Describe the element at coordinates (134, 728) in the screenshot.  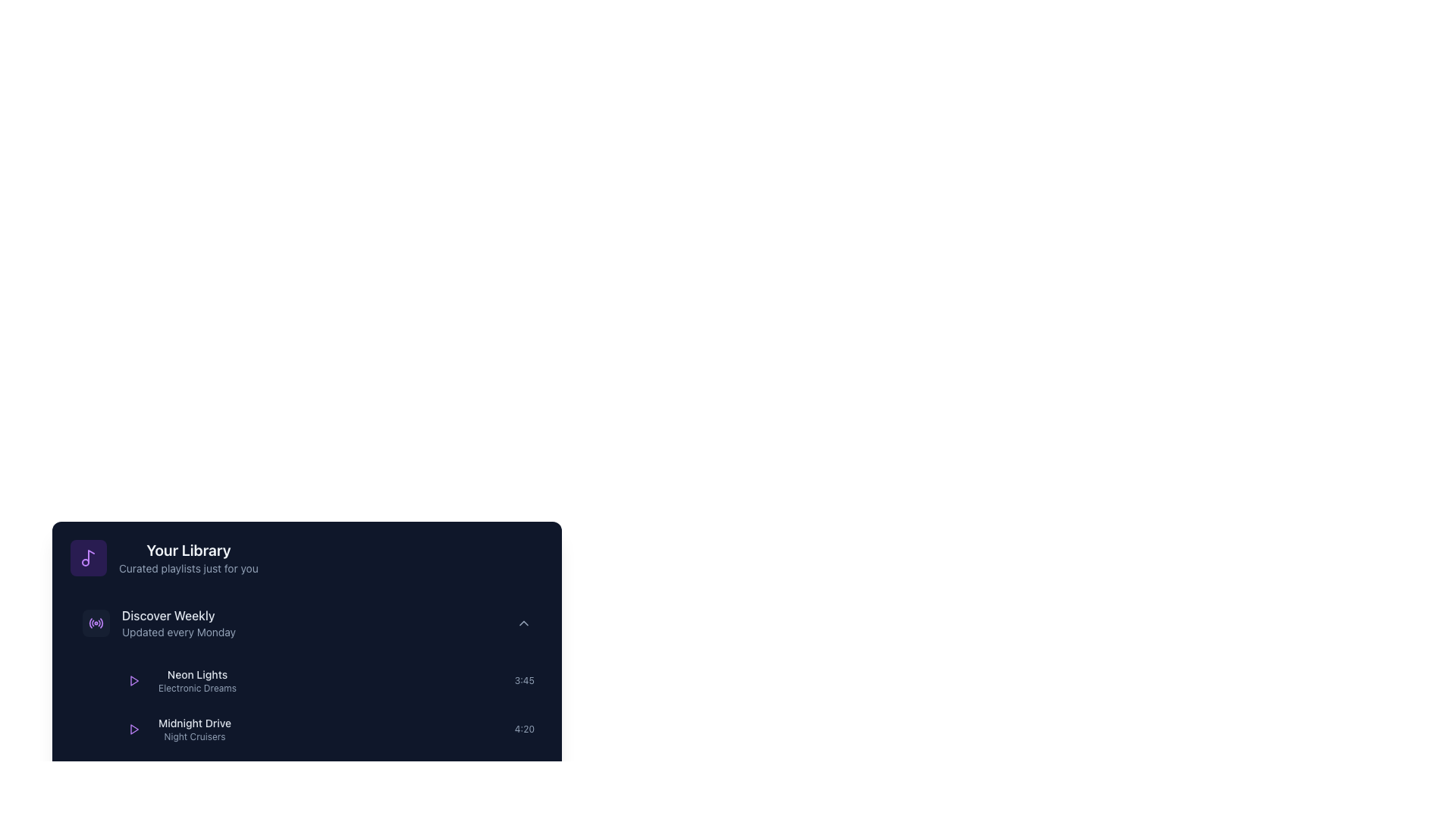
I see `the circular button with a triangular play icon` at that location.